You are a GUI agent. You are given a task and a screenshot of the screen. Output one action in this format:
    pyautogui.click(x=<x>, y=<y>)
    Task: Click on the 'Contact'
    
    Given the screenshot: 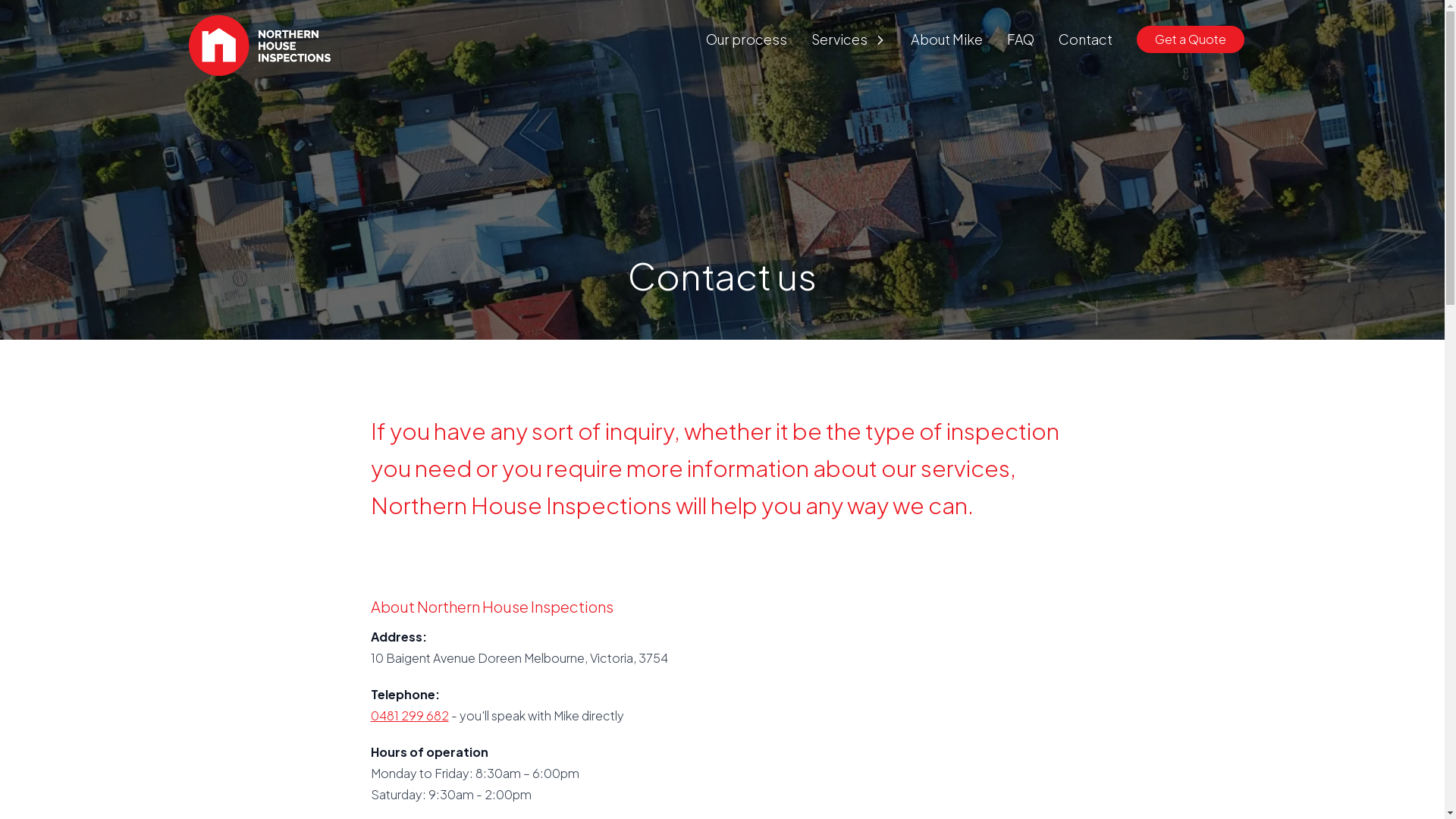 What is the action you would take?
    pyautogui.click(x=1084, y=39)
    